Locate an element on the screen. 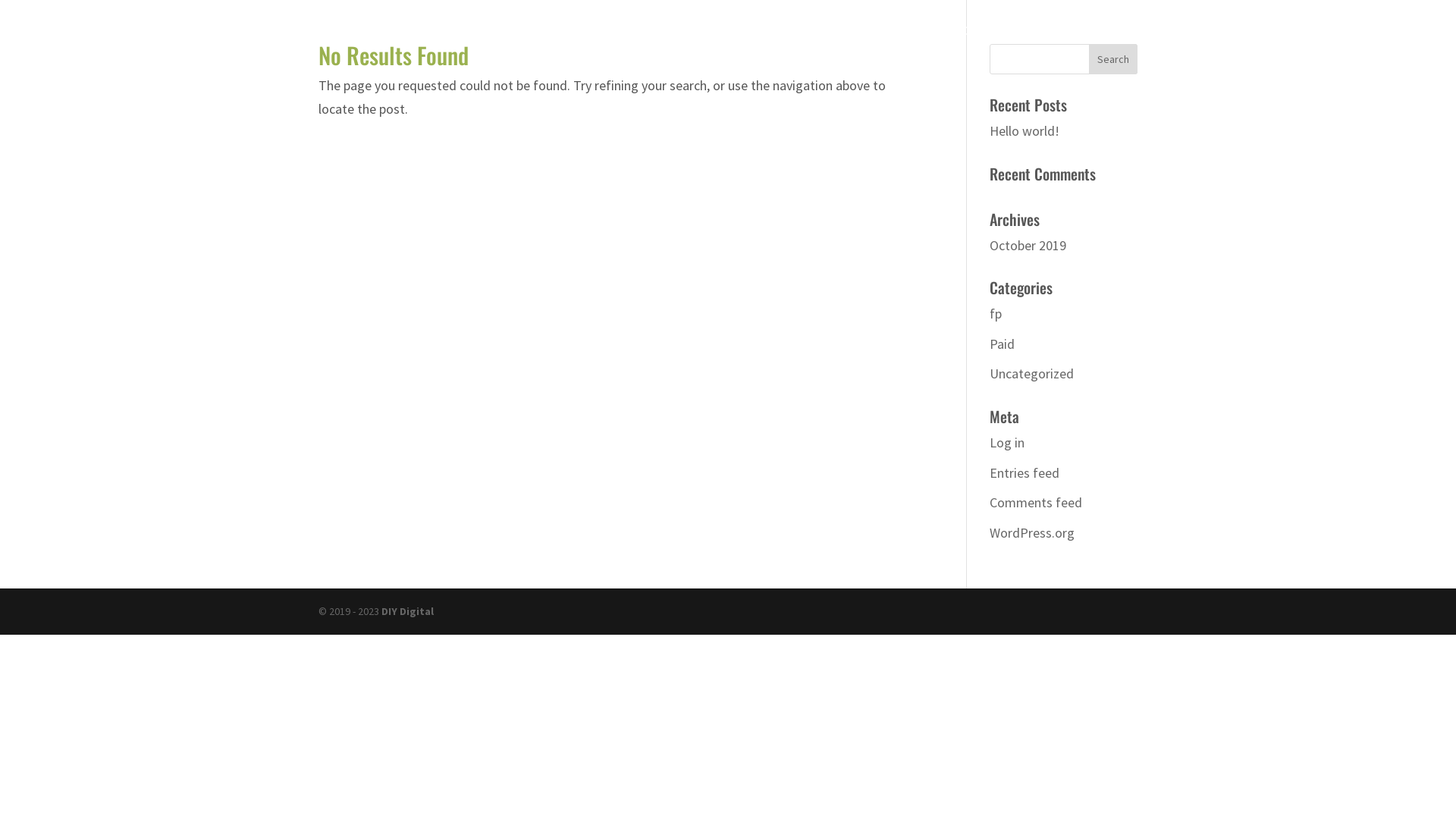 This screenshot has width=1456, height=819. 'Search' is located at coordinates (1087, 58).